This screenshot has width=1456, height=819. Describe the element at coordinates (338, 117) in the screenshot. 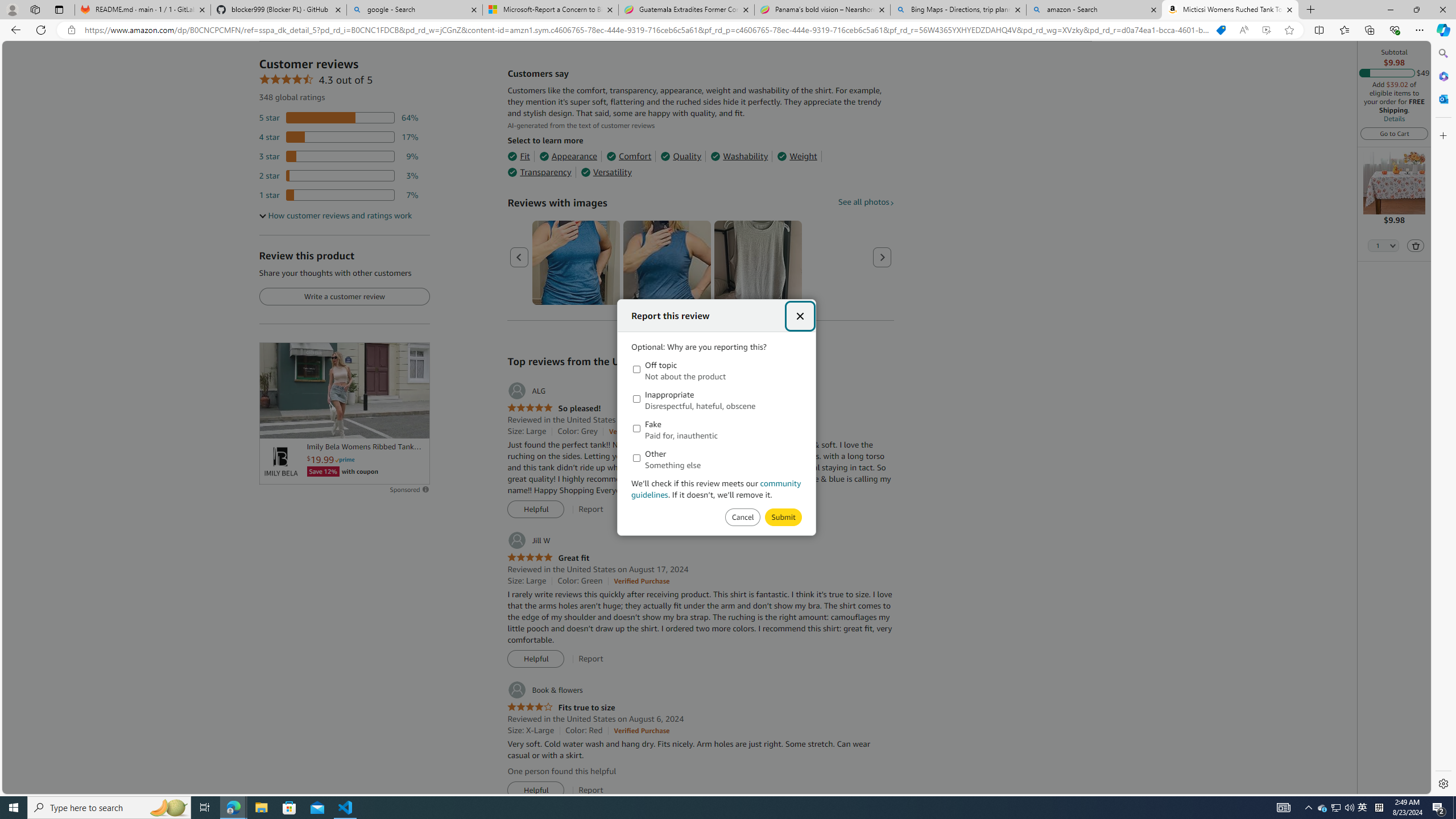

I see `'64 percent of reviews have 5 stars'` at that location.